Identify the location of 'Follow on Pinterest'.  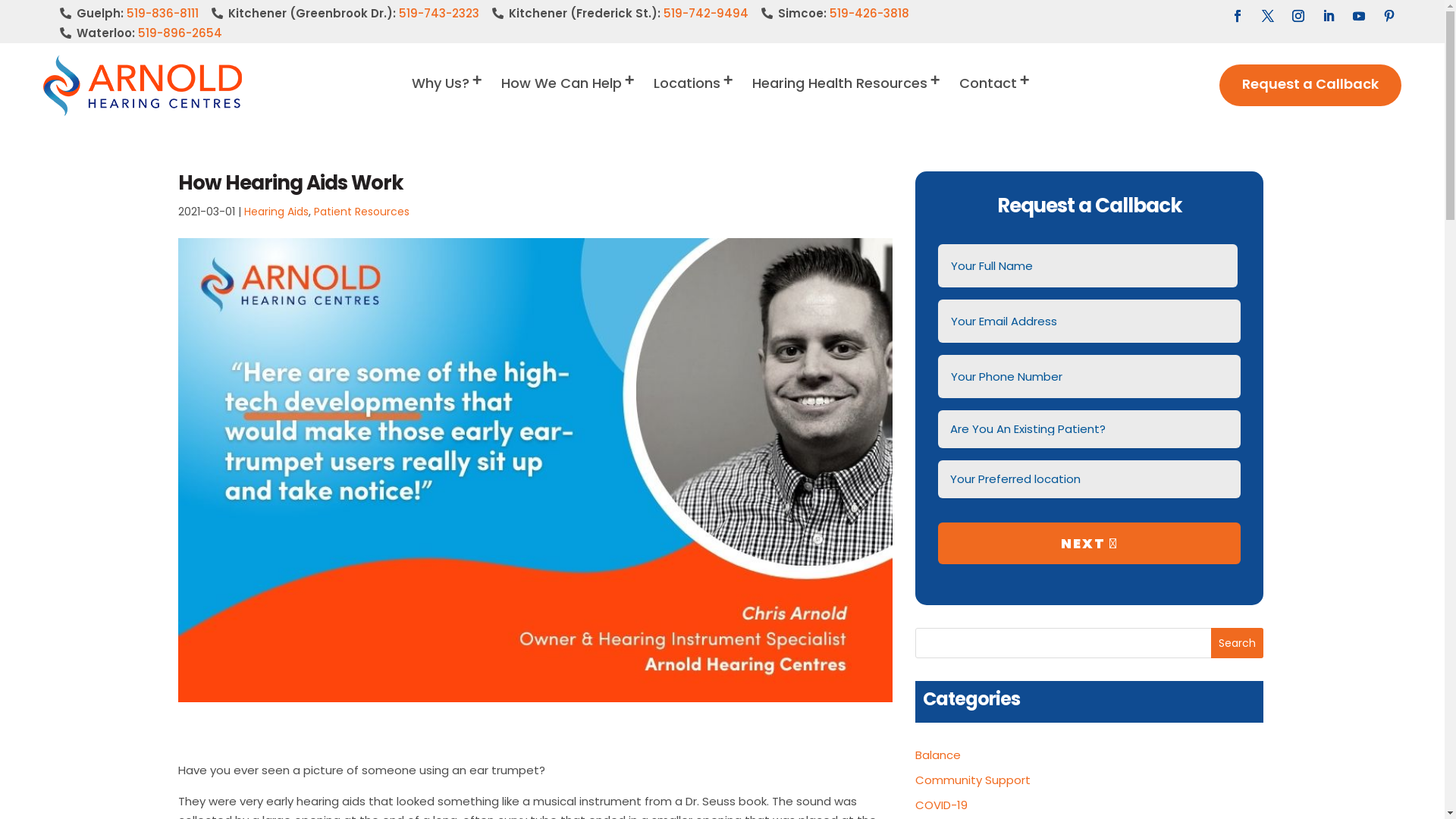
(1389, 15).